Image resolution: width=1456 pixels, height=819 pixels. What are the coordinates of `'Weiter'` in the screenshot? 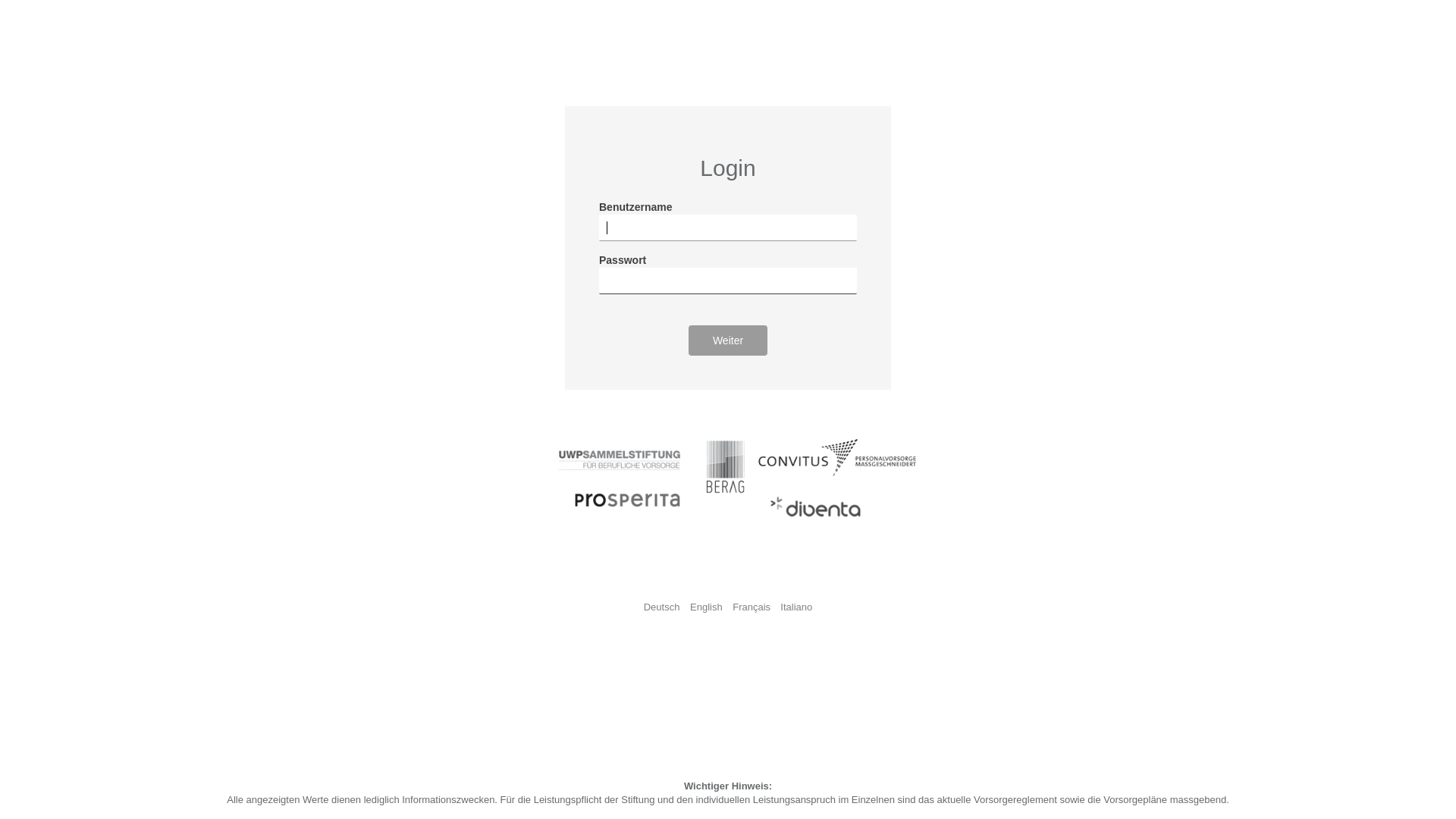 It's located at (728, 339).